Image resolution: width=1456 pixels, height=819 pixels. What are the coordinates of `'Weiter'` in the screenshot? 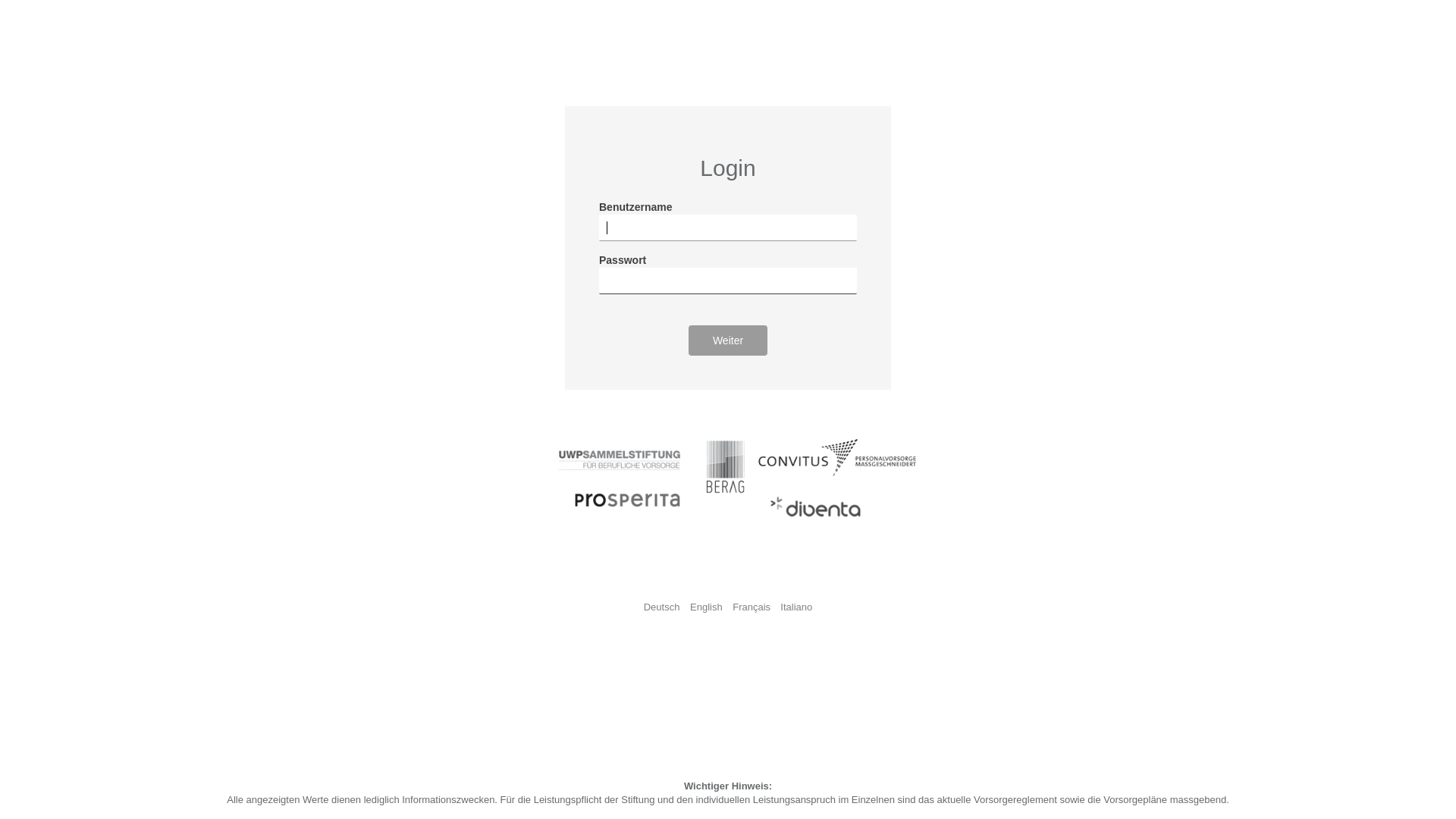 It's located at (728, 339).